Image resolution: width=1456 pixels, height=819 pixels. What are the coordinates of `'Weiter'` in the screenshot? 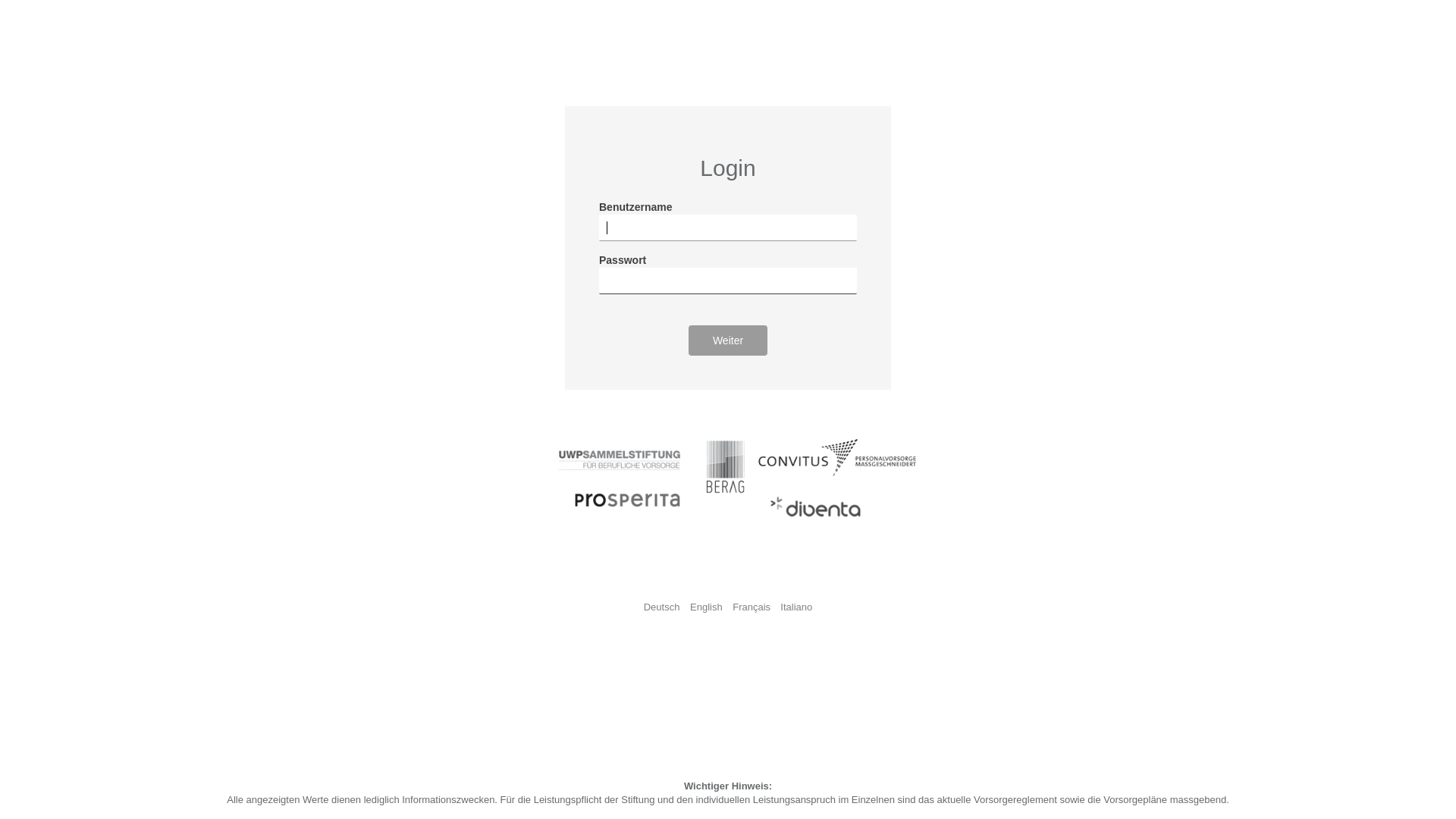 It's located at (728, 339).